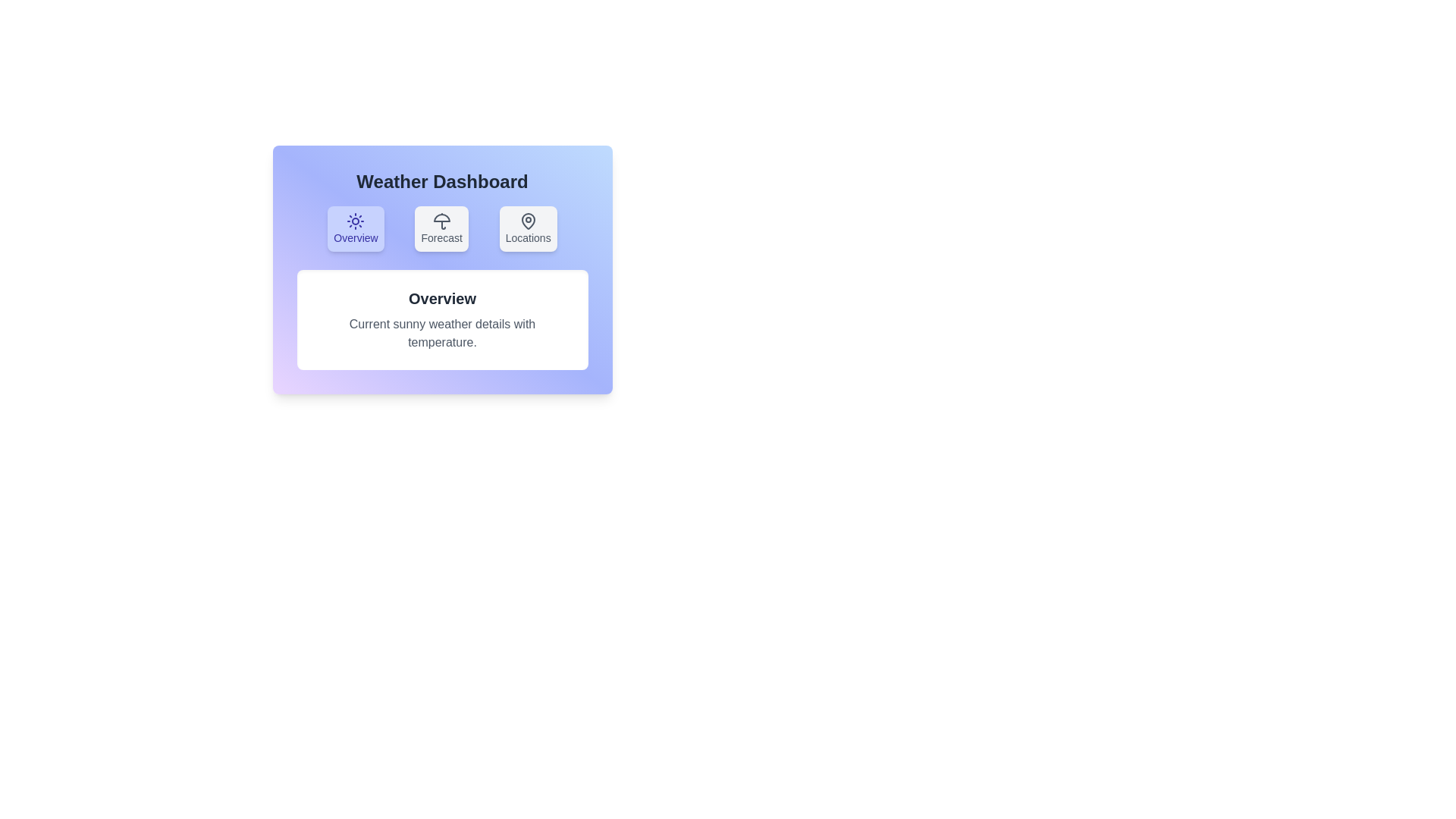 The width and height of the screenshot is (1456, 819). I want to click on the Locations tab by clicking on it, so click(528, 228).